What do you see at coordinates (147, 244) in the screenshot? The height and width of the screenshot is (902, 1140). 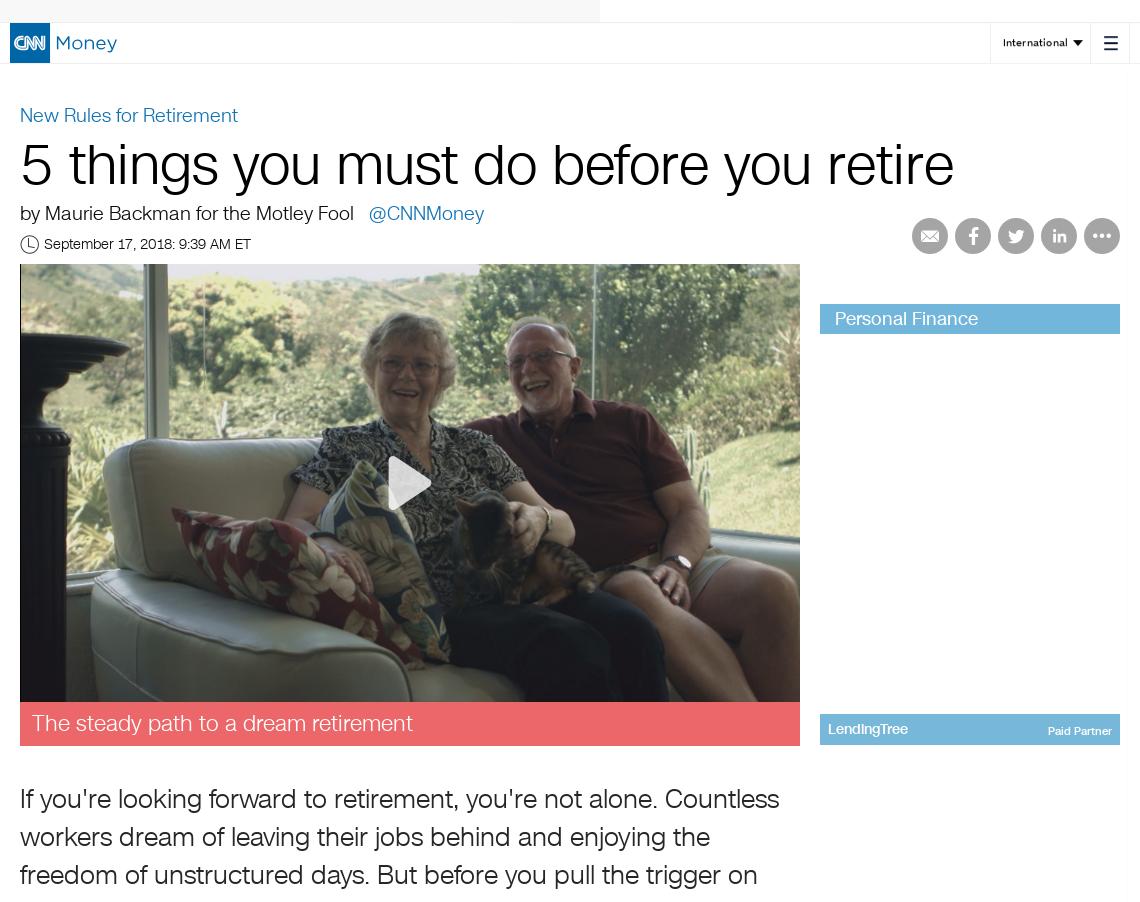 I see `'September 17, 2018: 9:39 AM ET'` at bounding box center [147, 244].